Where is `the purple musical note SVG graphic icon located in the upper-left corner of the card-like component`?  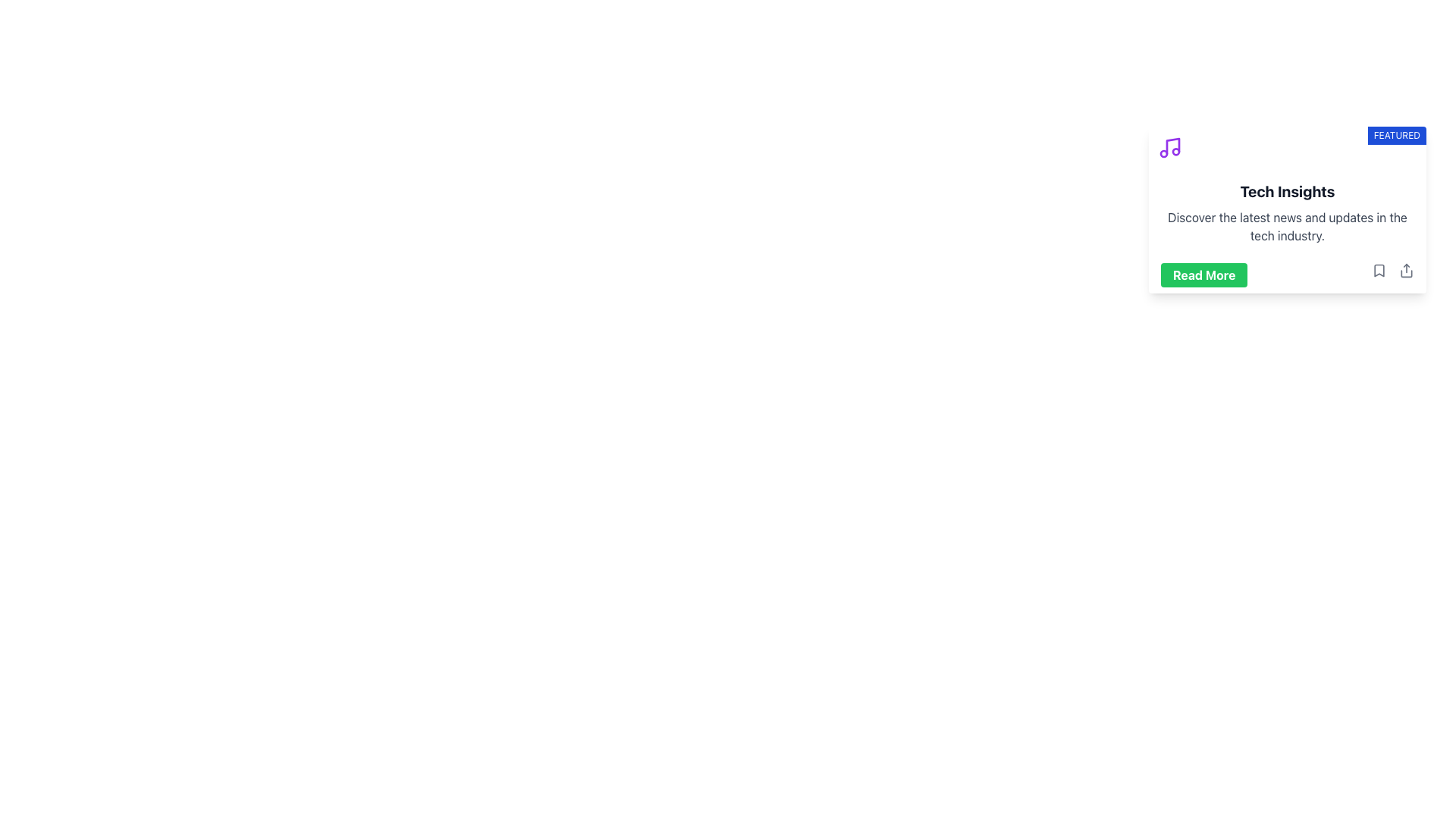 the purple musical note SVG graphic icon located in the upper-left corner of the card-like component is located at coordinates (1169, 148).